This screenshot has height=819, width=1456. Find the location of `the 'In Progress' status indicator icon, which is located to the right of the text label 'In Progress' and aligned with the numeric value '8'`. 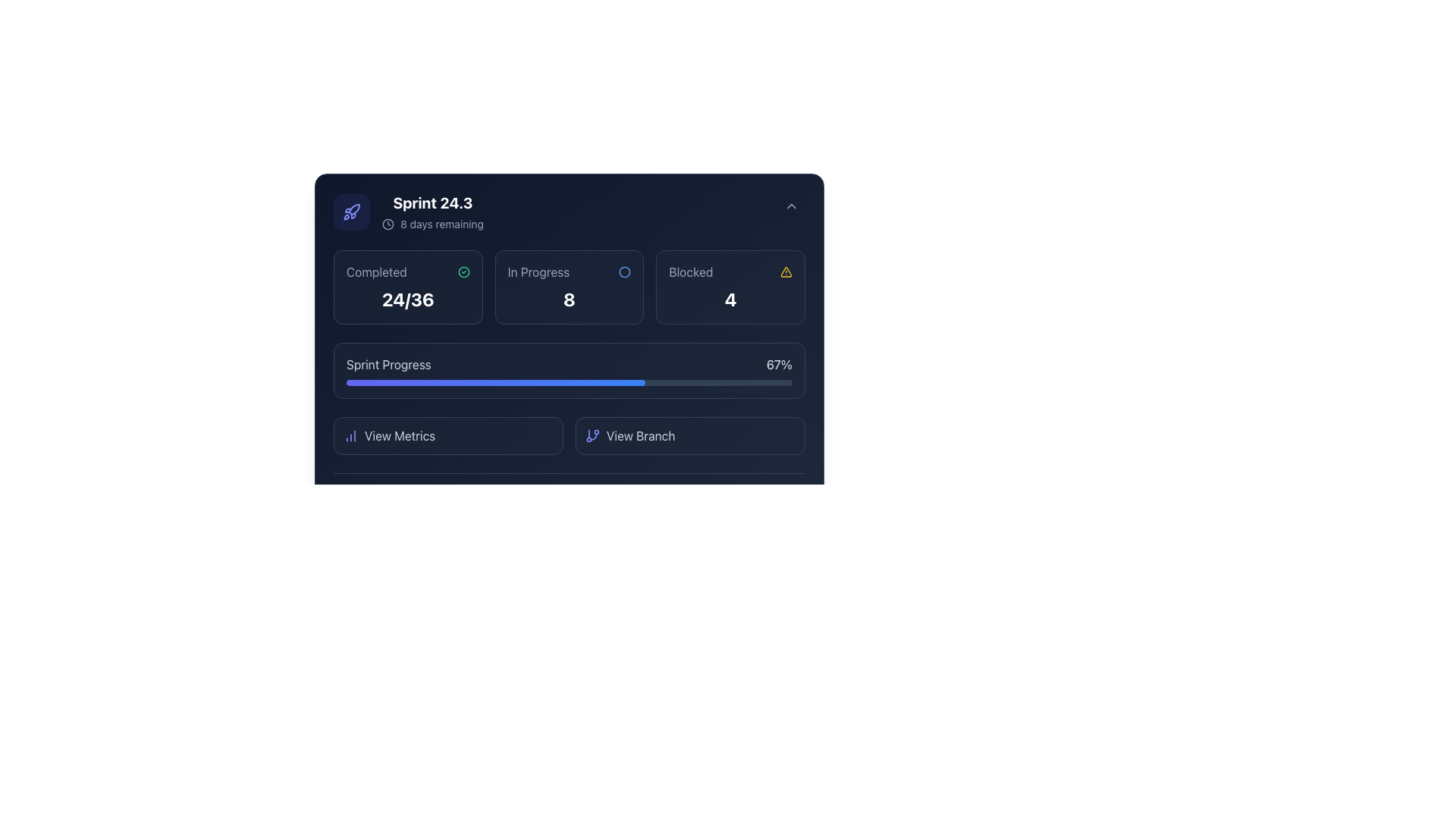

the 'In Progress' status indicator icon, which is located to the right of the text label 'In Progress' and aligned with the numeric value '8' is located at coordinates (625, 271).